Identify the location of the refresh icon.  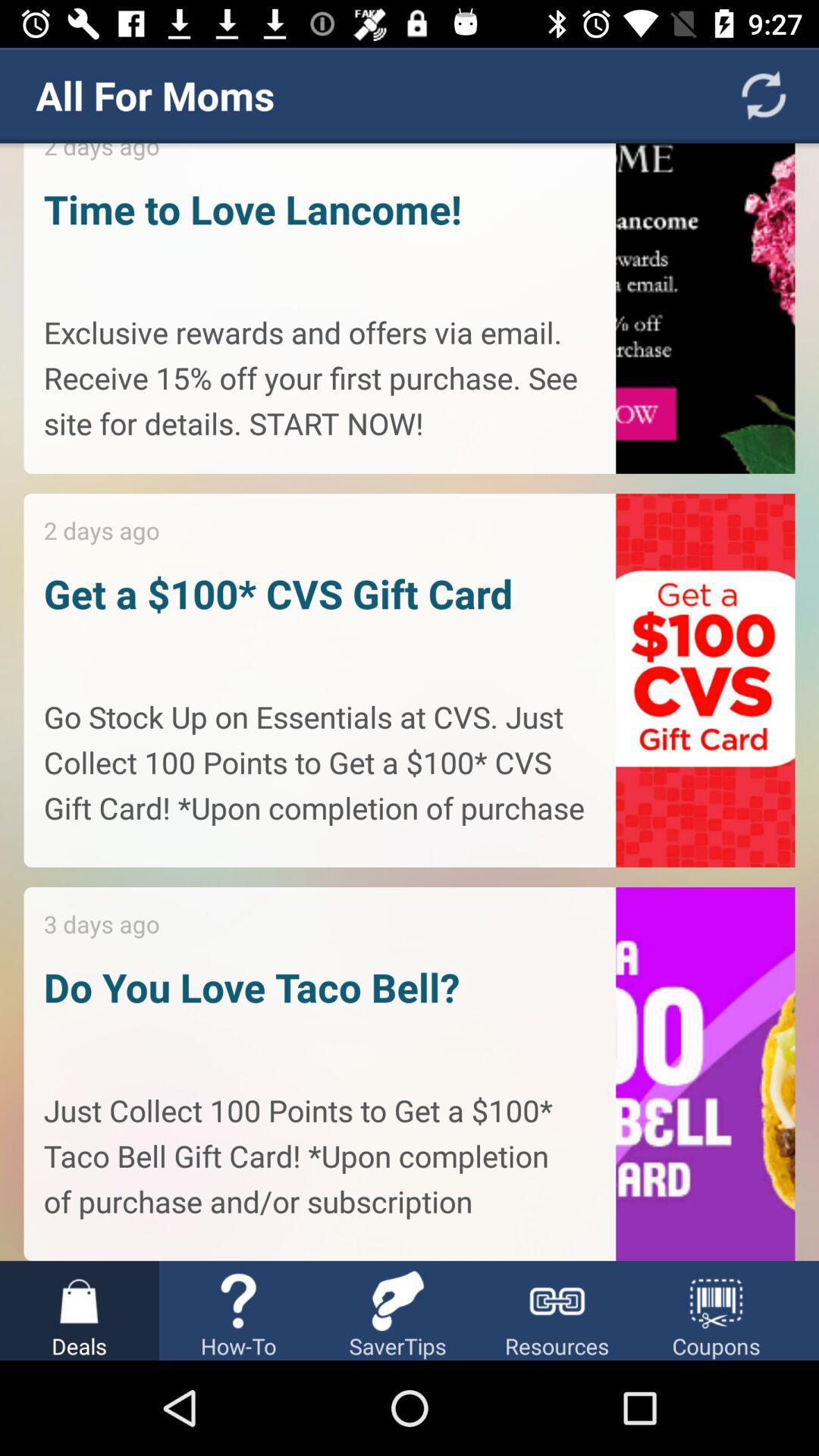
(763, 94).